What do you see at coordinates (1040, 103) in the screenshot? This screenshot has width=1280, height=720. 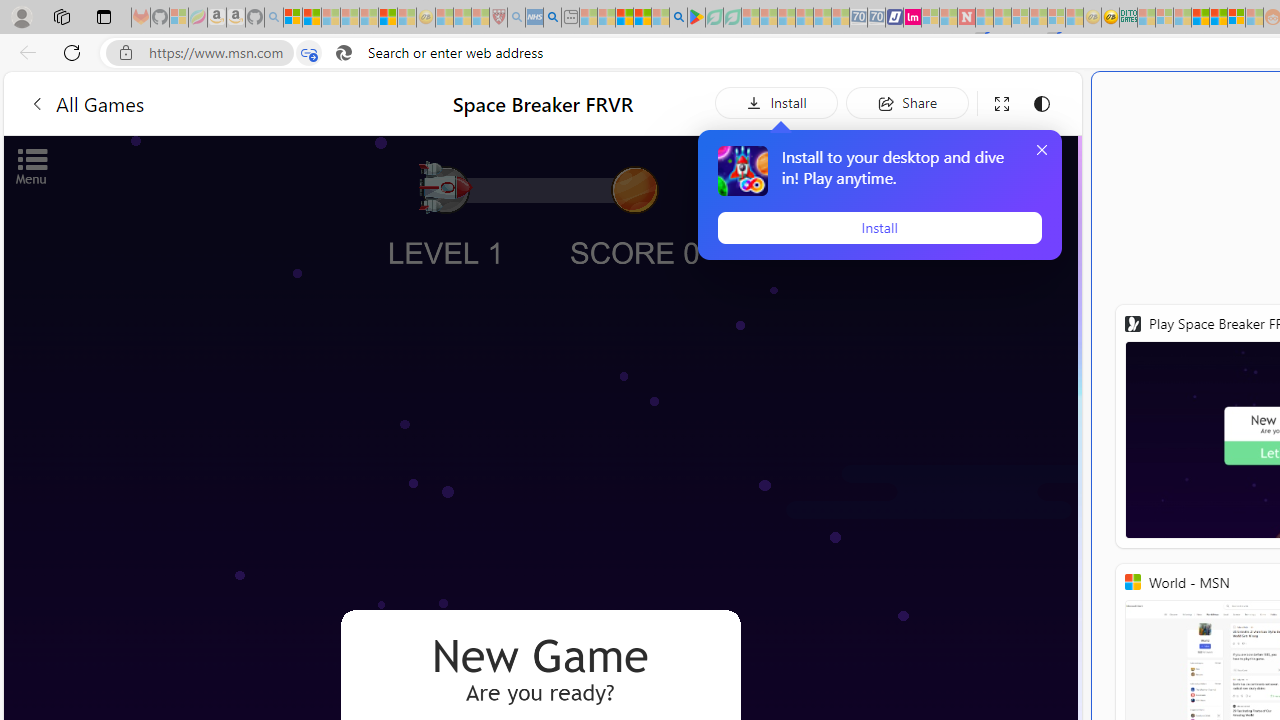 I see `'Change to dark mode'` at bounding box center [1040, 103].